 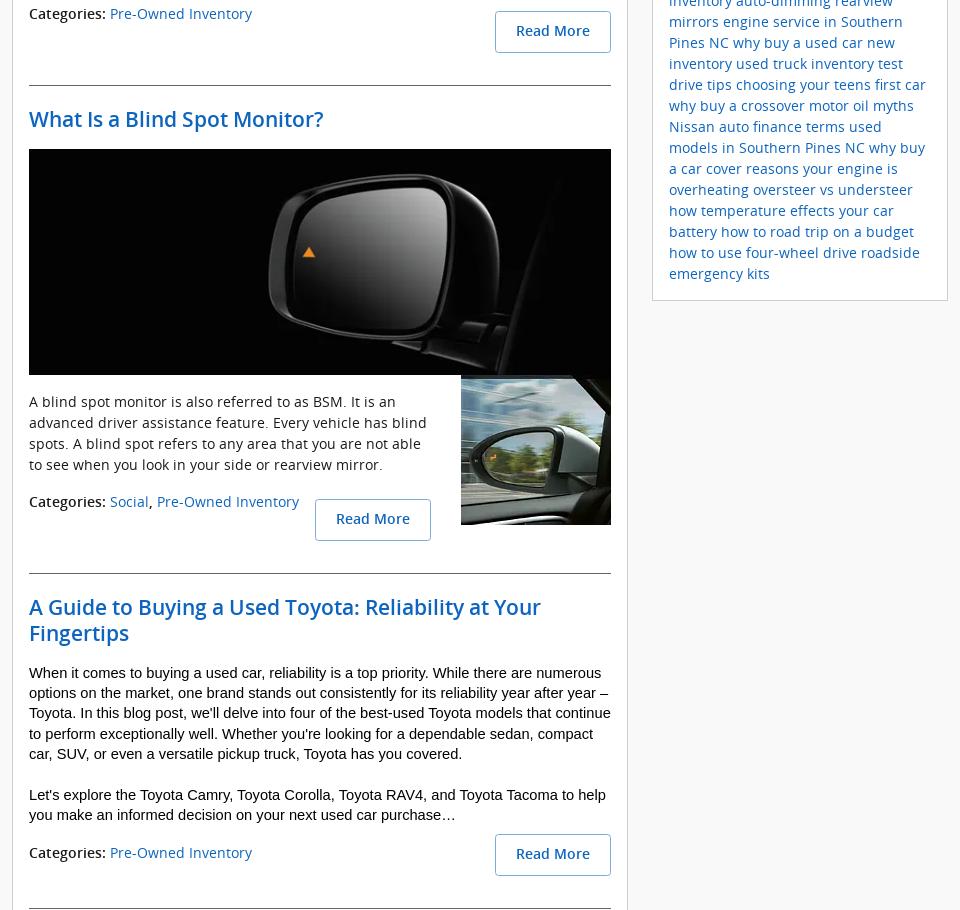 What do you see at coordinates (228, 431) in the screenshot?
I see `'A blind spot monitor is also referred to as BSM. It is an advanced driver assistance feature. Every vehicle has blind spots. A blind spot refers to any area that you are not able to see when you look in your side or rearview mirror.'` at bounding box center [228, 431].